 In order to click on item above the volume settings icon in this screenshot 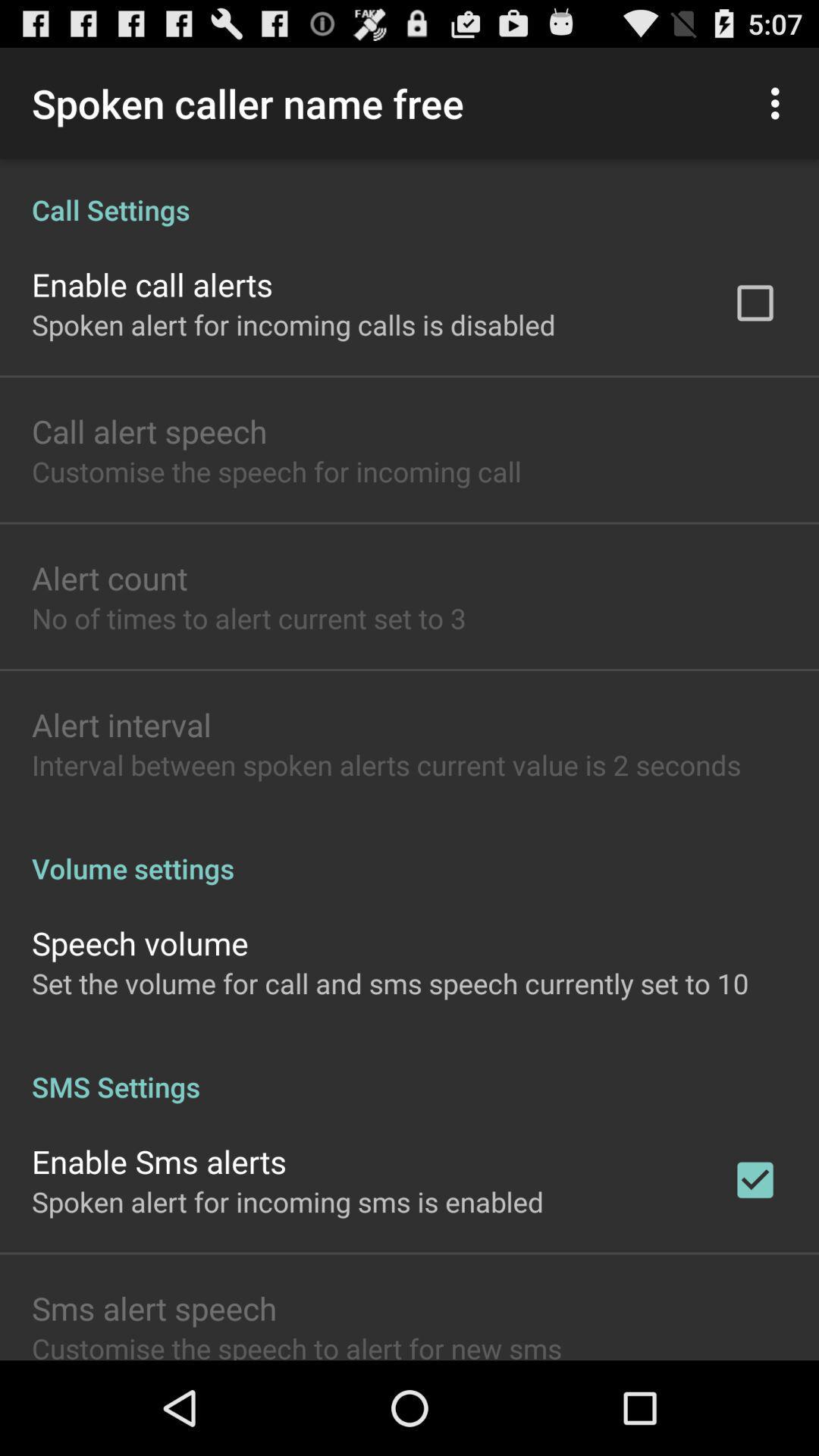, I will do `click(385, 764)`.